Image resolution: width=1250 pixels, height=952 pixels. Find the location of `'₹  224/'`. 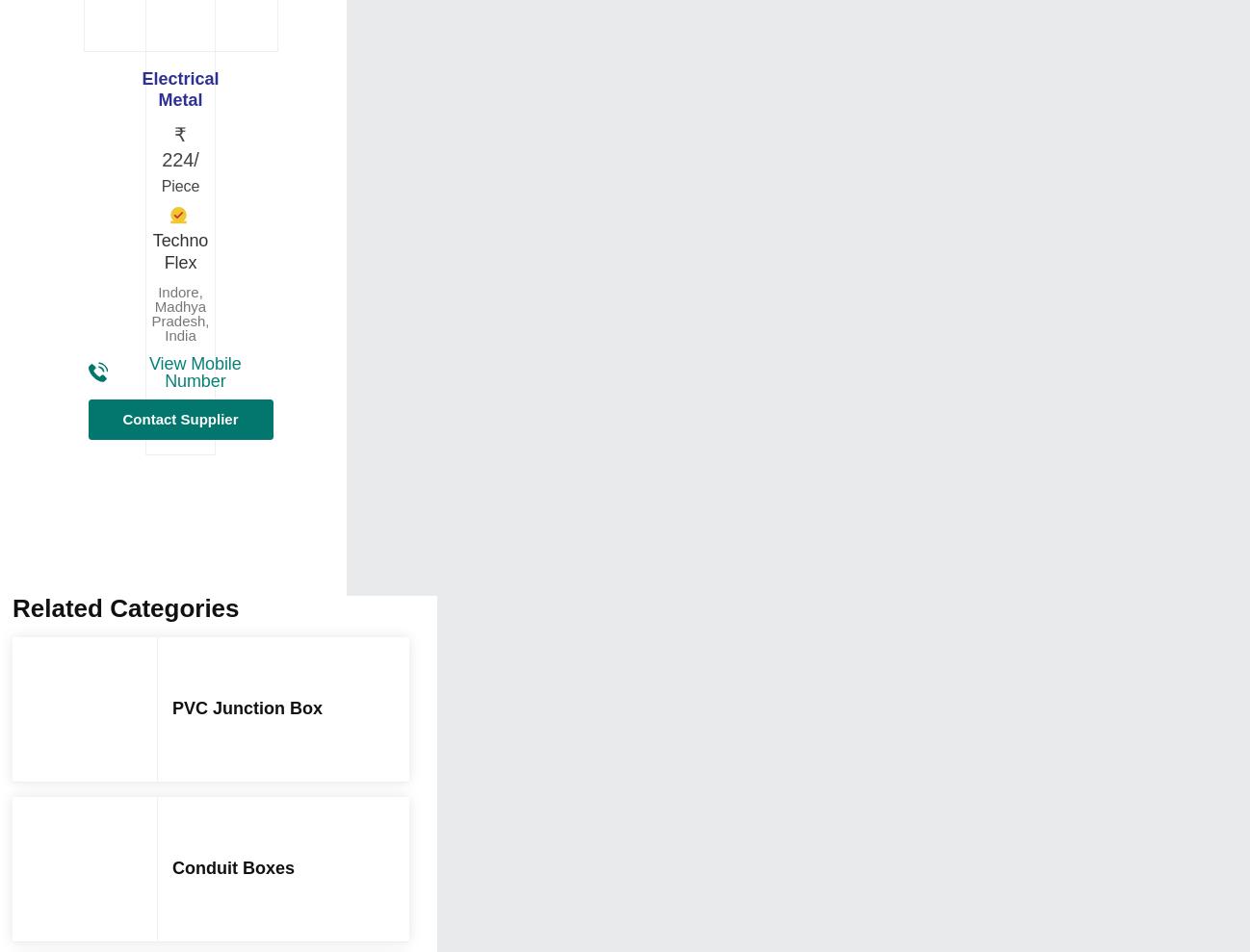

'₹  224/' is located at coordinates (179, 145).